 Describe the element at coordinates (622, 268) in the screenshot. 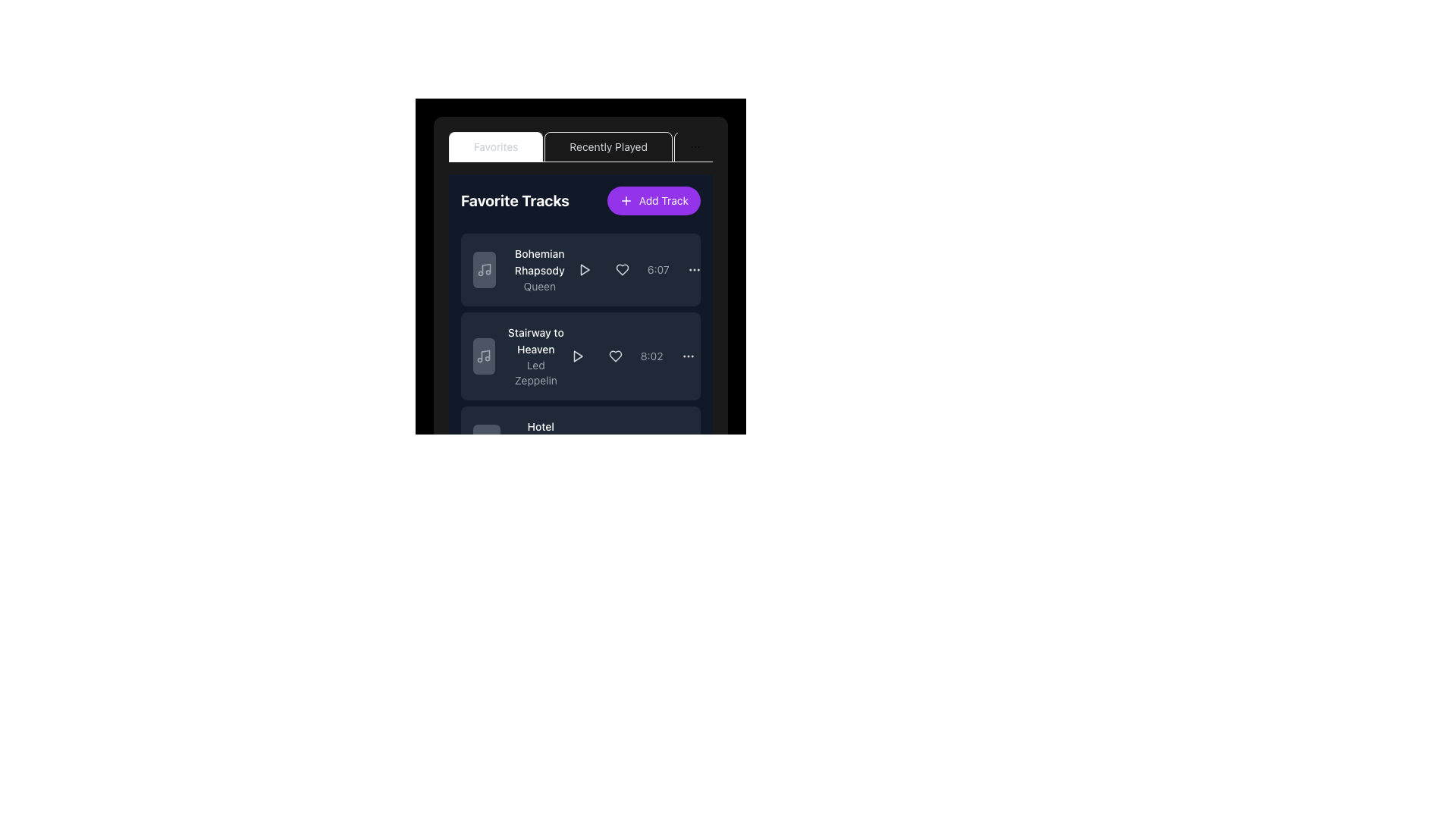

I see `the heart icon located to the right of the track title 'Bohemian Rhapsody'` at that location.